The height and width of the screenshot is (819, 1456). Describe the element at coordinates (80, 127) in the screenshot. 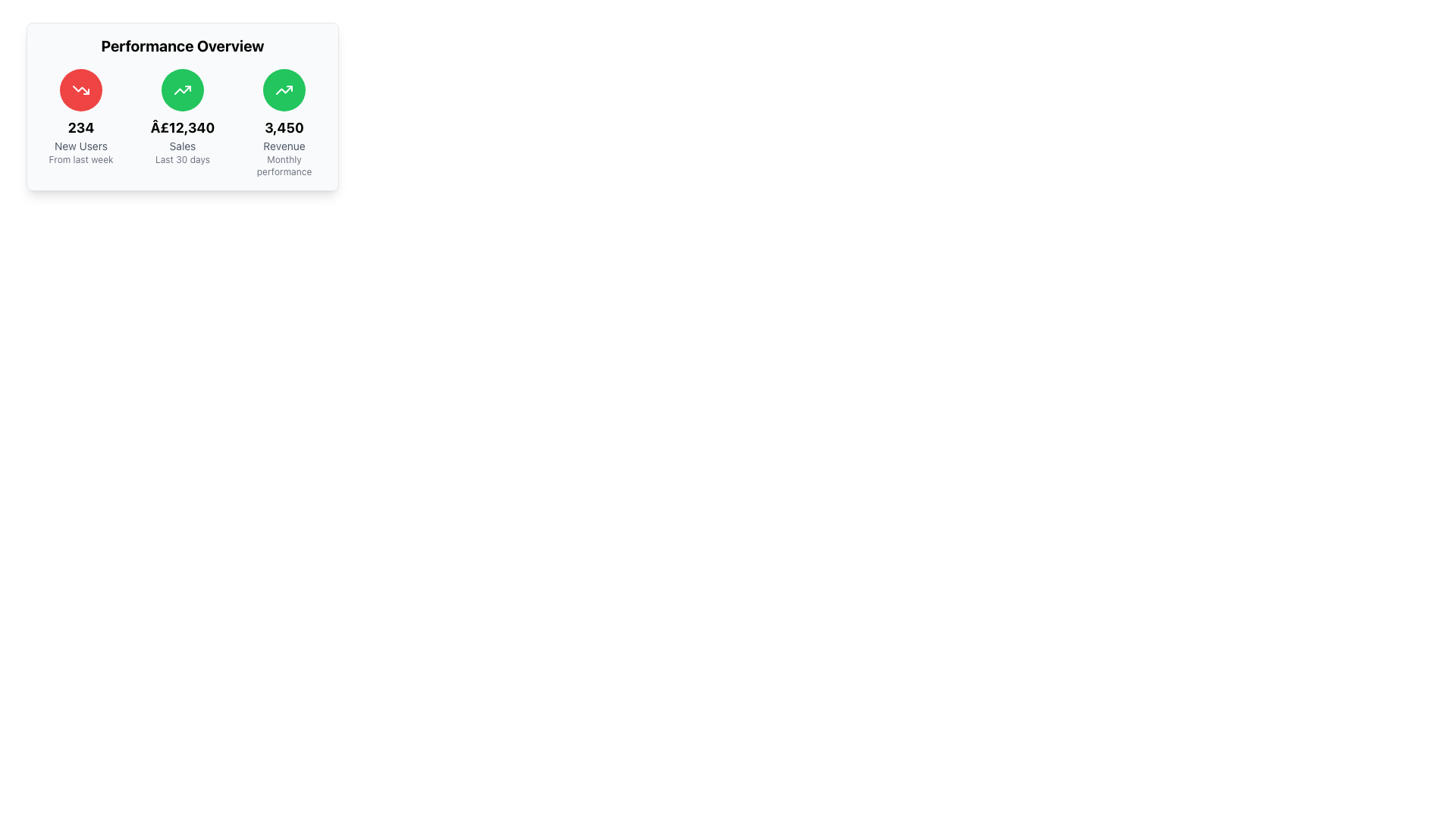

I see `the Text Display element that shows the numerical data '234' for new users, located below a circular icon with a downward trend arrow and a red background` at that location.